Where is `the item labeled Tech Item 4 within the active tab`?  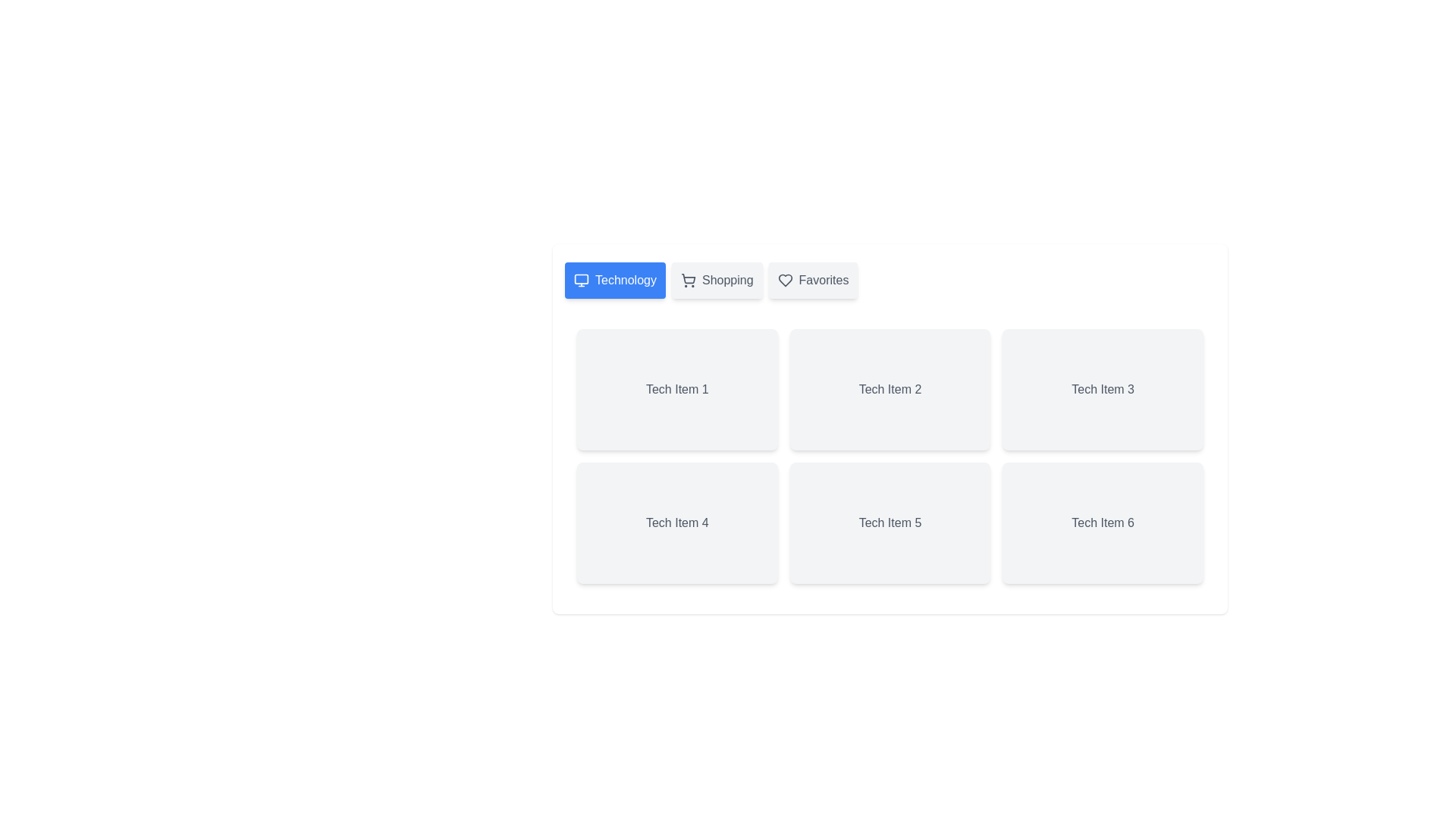
the item labeled Tech Item 4 within the active tab is located at coordinates (676, 522).